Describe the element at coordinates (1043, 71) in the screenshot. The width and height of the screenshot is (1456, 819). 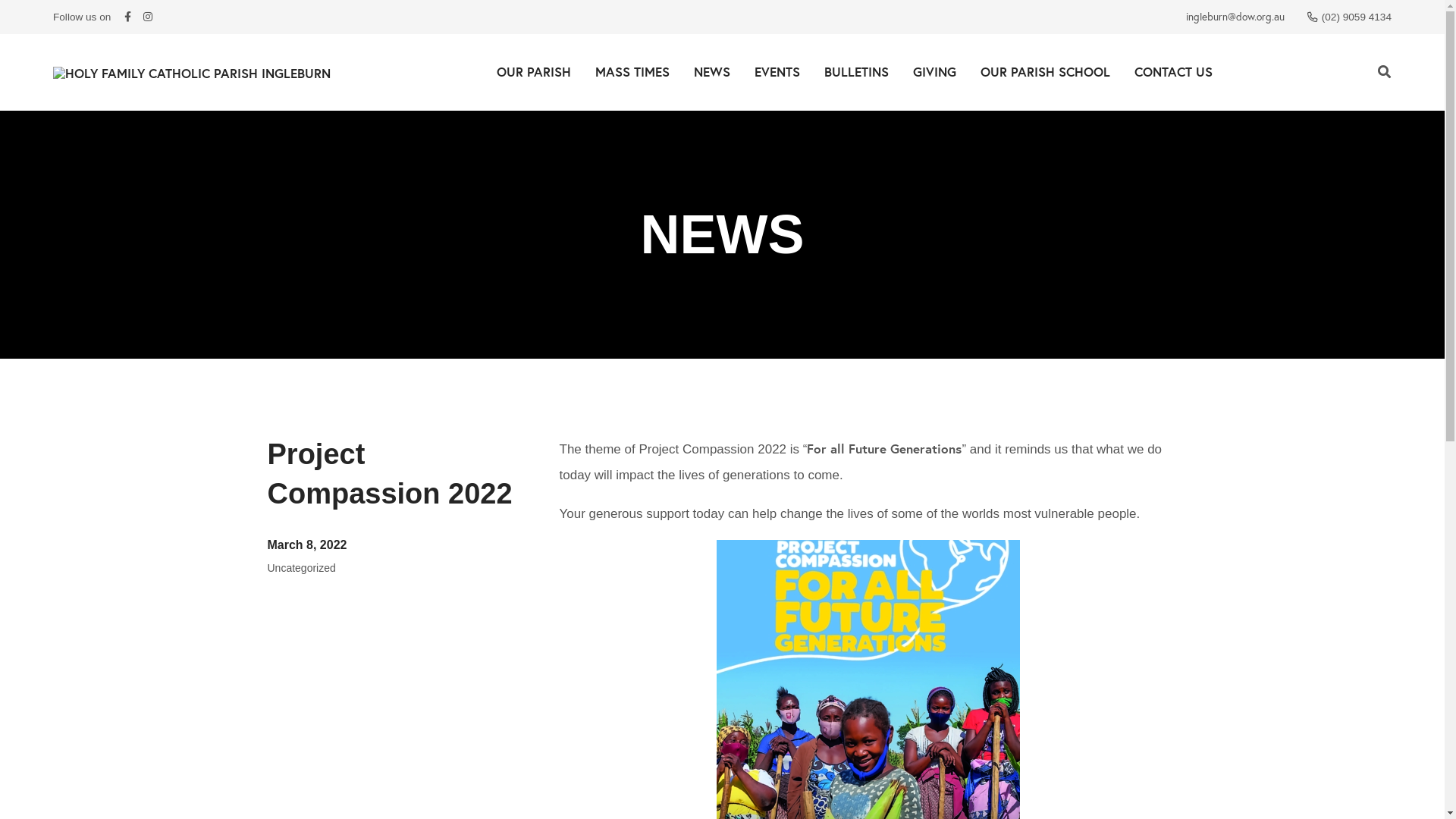
I see `'OUR PARISH SCHOOL'` at that location.